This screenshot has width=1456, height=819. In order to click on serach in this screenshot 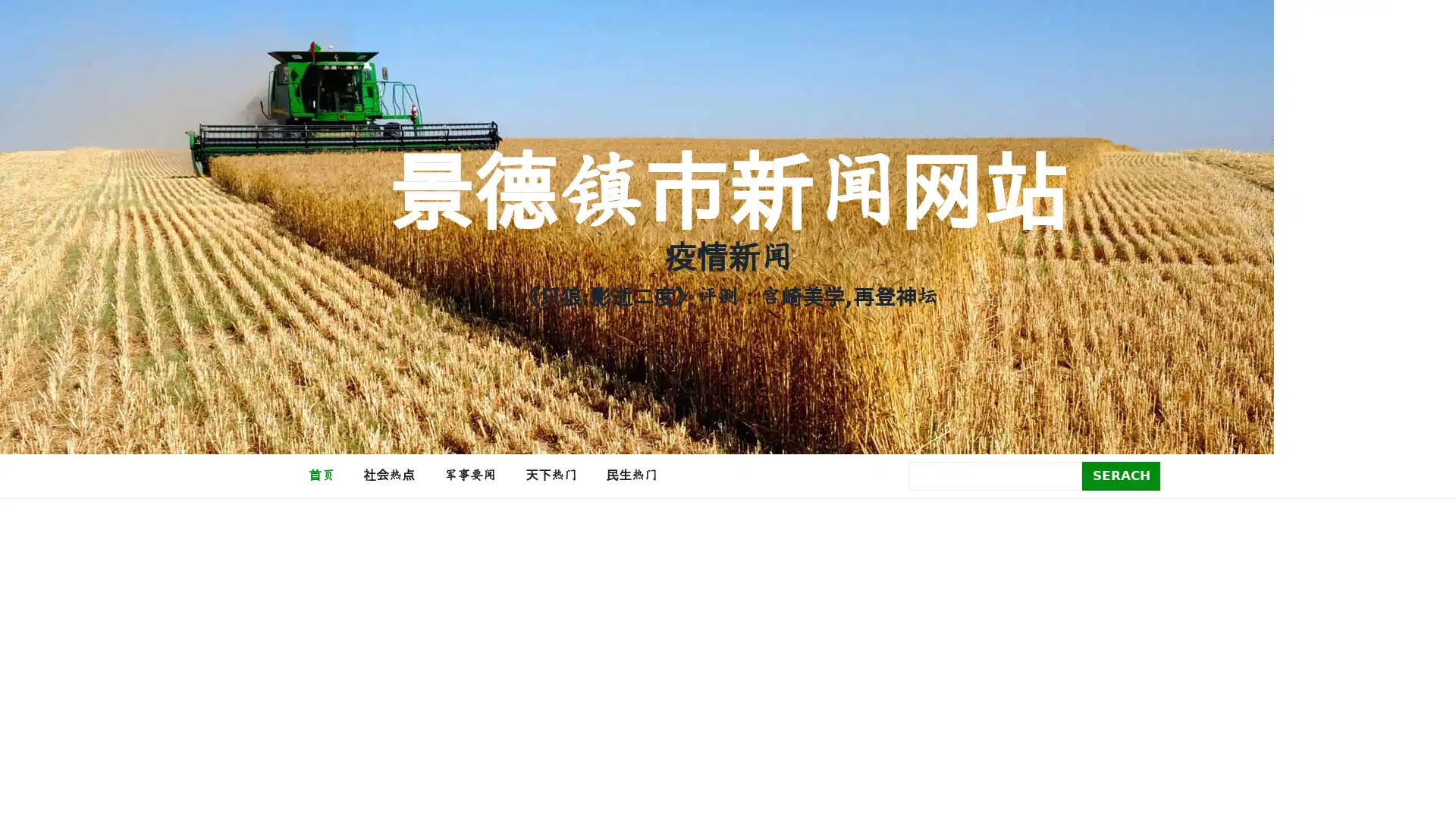, I will do `click(1121, 475)`.